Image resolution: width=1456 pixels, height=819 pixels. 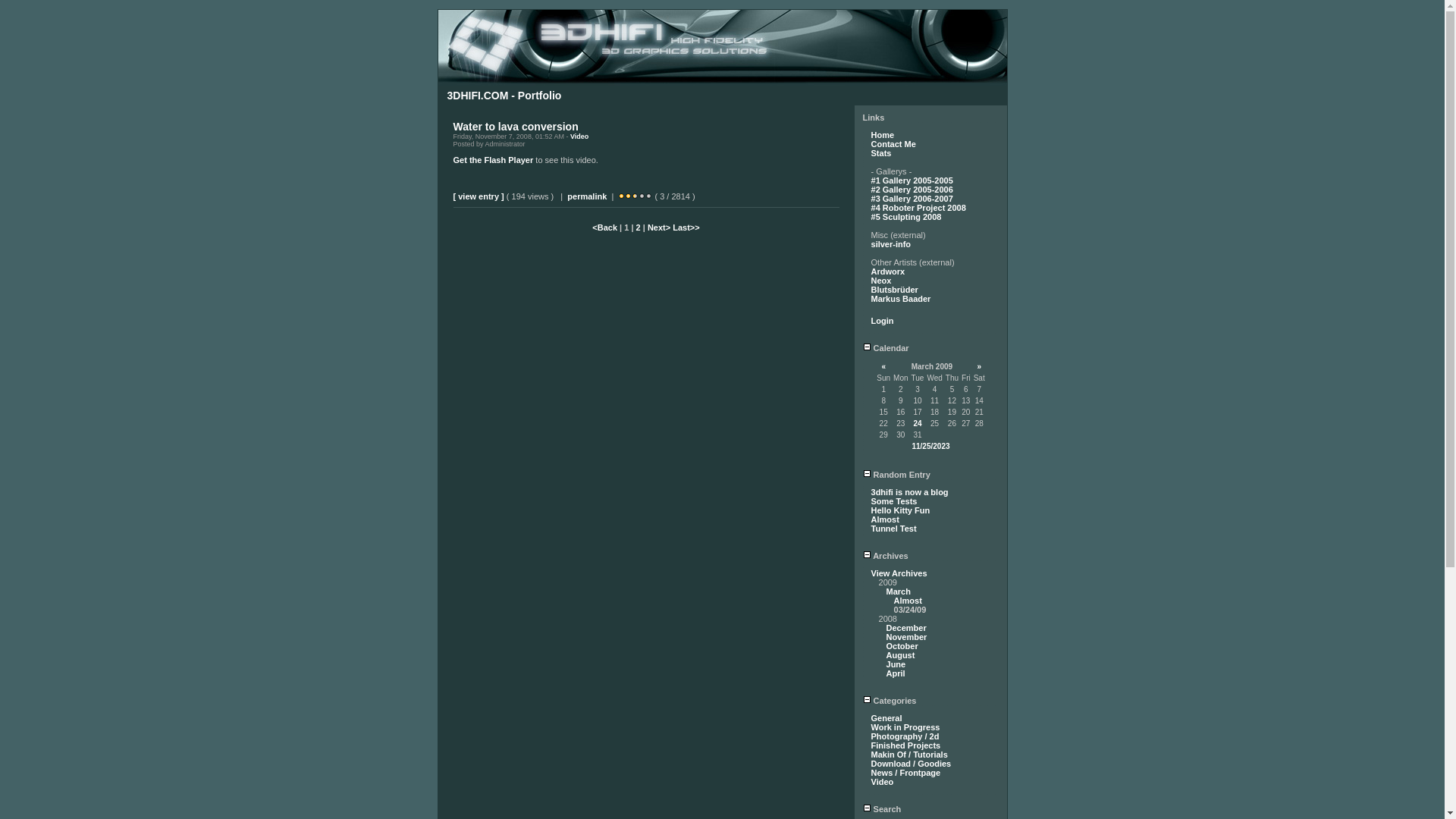 I want to click on '#5 Sculpting 2008', so click(x=906, y=216).